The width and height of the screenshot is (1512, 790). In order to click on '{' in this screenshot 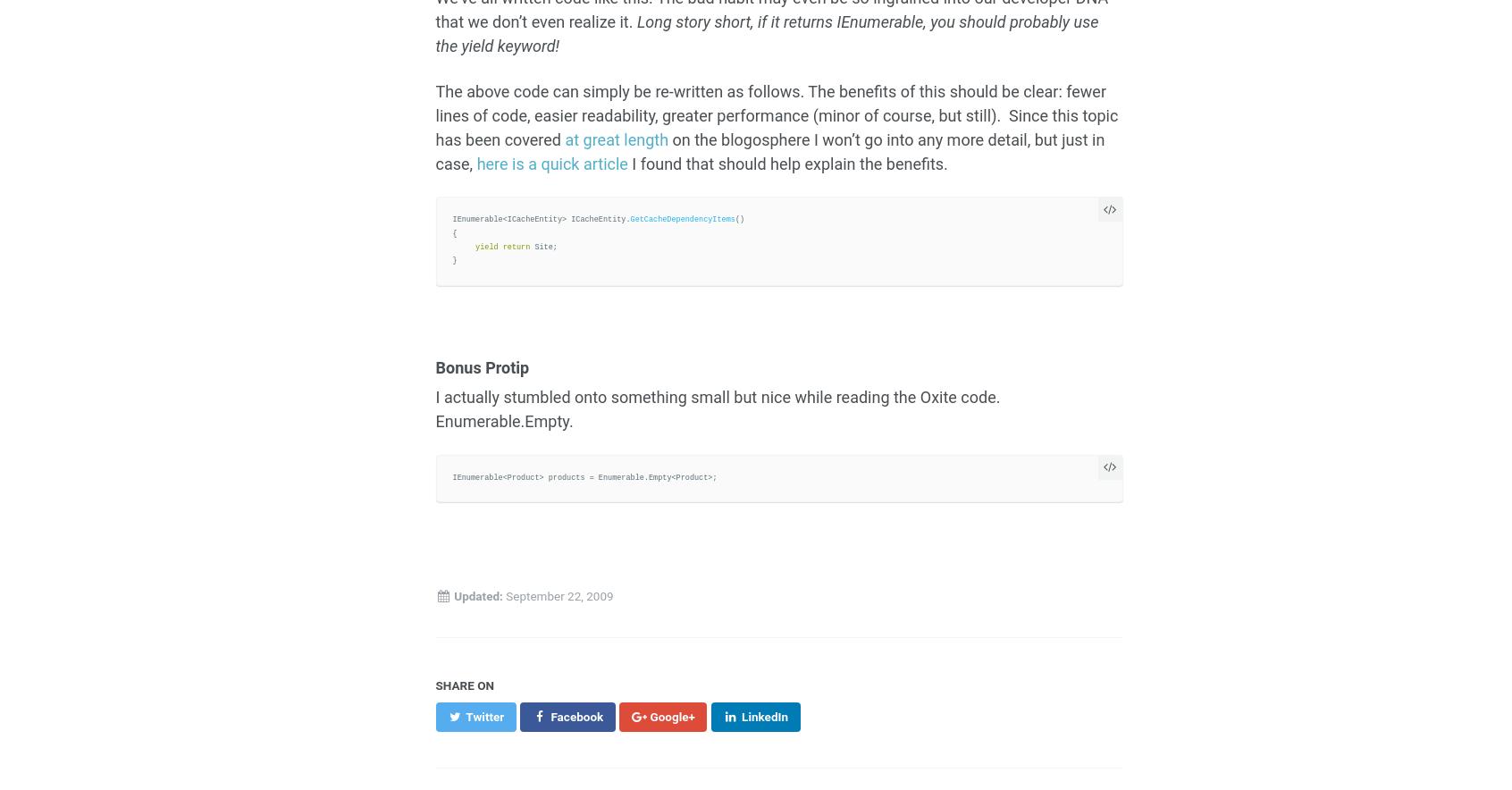, I will do `click(454, 231)`.